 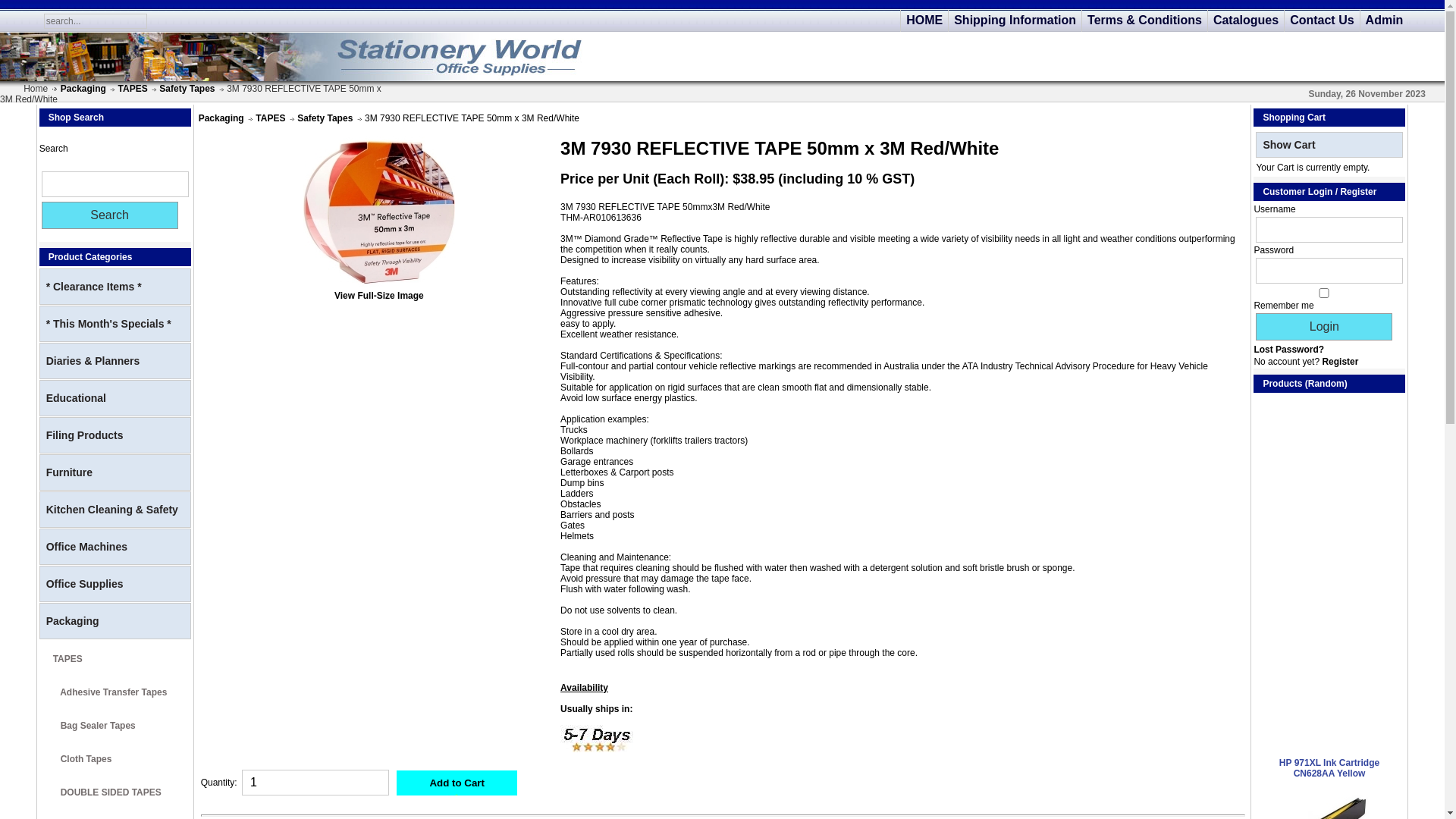 I want to click on 'Contact Us', so click(x=1320, y=20).